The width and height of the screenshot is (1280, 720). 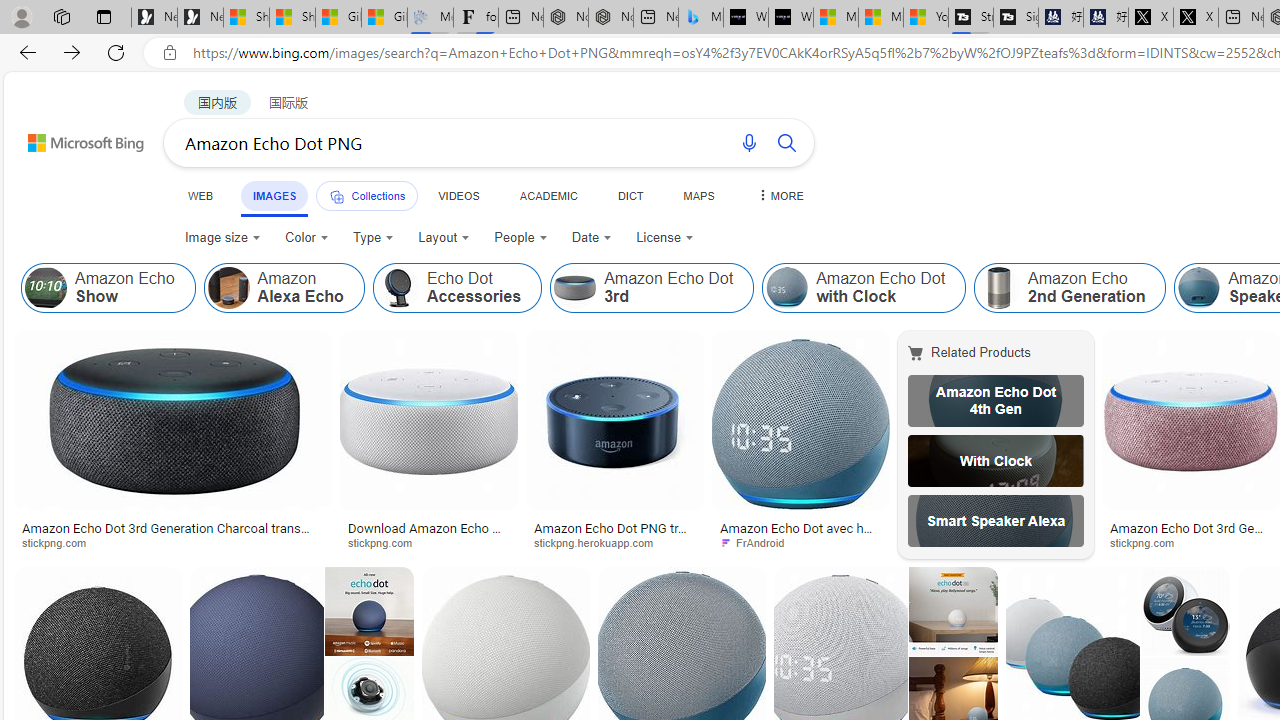 I want to click on 'Date', so click(x=591, y=236).